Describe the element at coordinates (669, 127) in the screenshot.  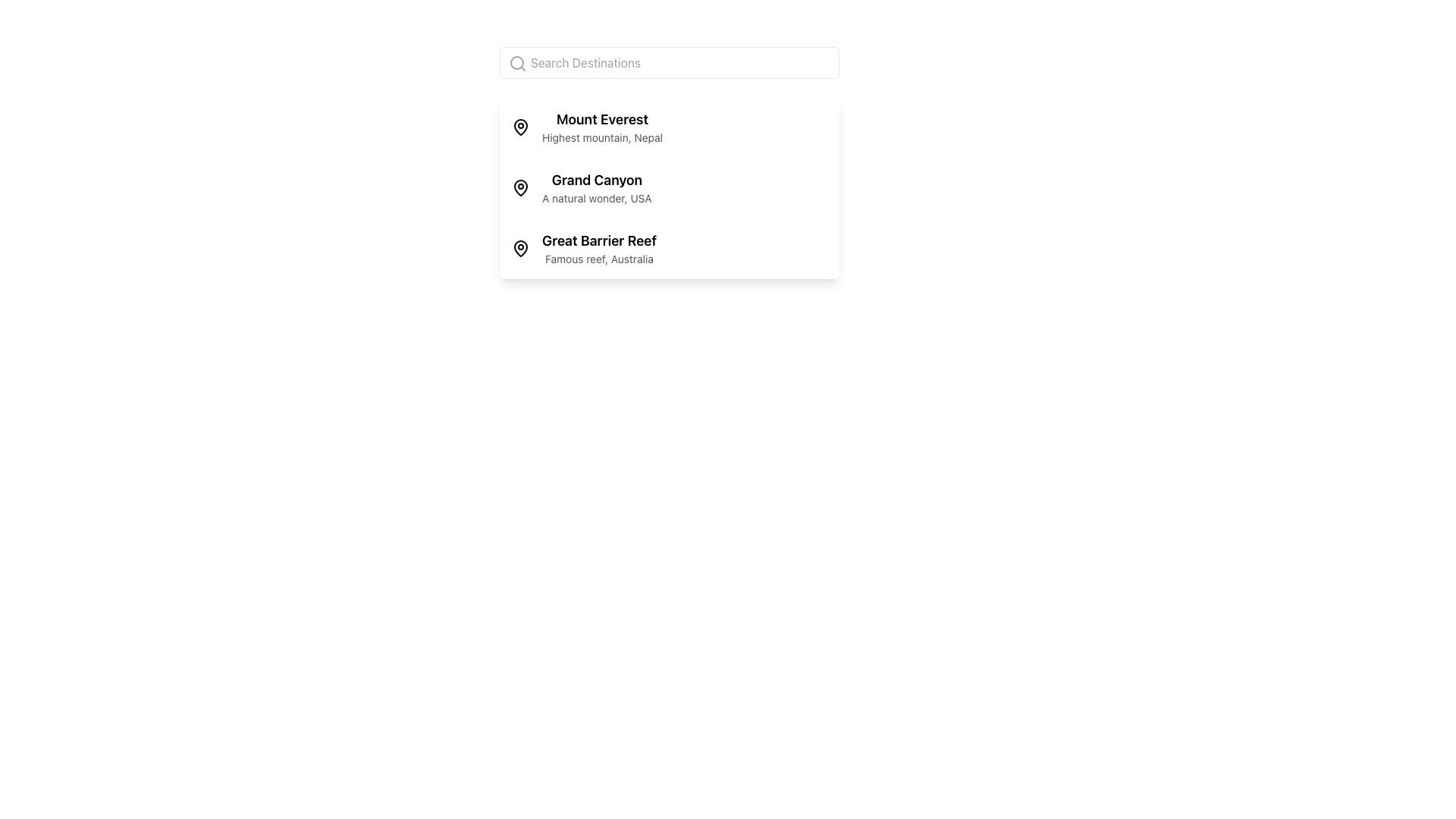
I see `the first list entry representing 'Mount Everest'` at that location.